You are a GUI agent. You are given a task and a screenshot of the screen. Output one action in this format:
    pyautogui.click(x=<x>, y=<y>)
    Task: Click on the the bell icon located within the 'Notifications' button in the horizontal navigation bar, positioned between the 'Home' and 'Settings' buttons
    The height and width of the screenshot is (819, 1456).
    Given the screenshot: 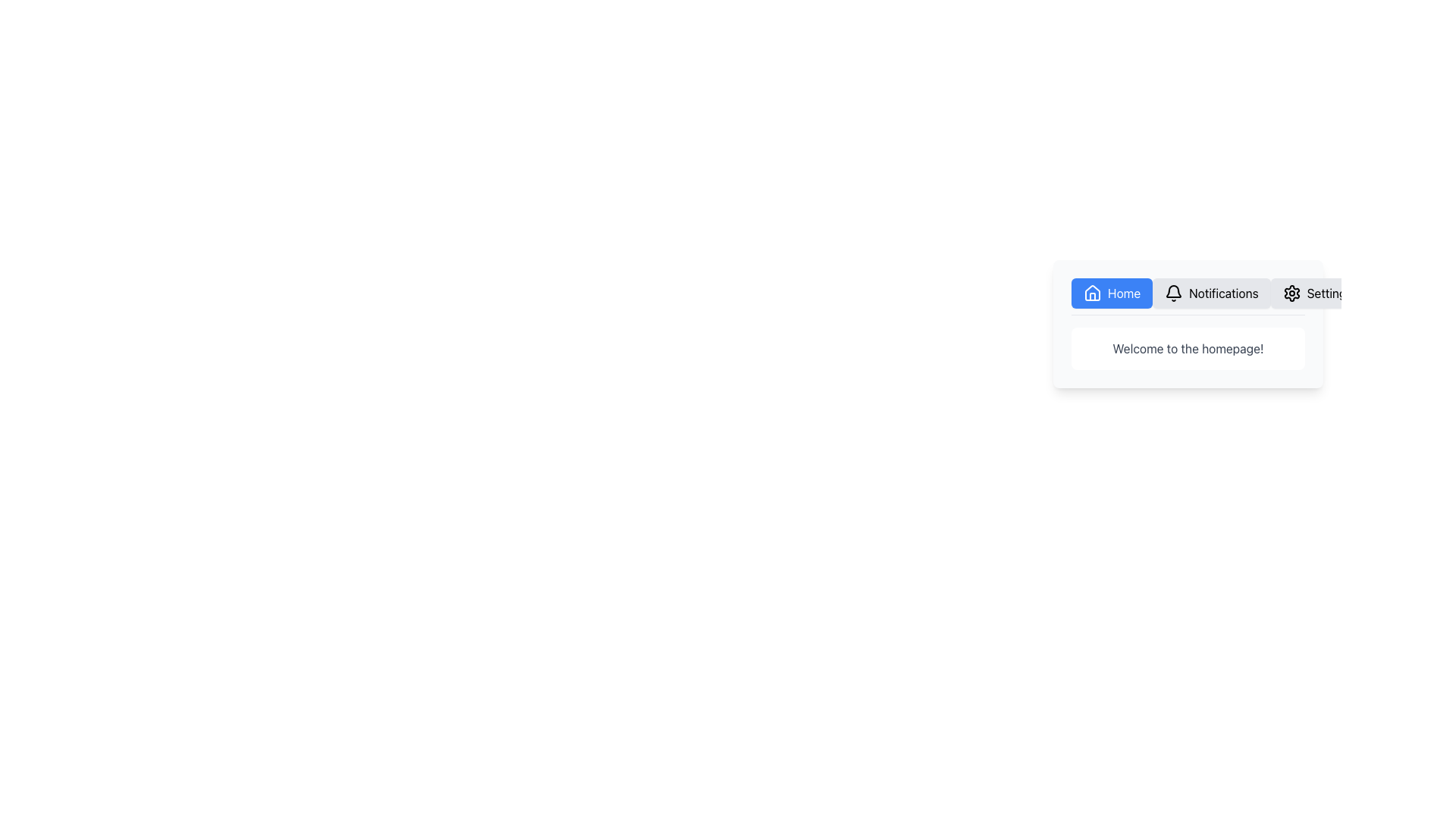 What is the action you would take?
    pyautogui.click(x=1173, y=293)
    